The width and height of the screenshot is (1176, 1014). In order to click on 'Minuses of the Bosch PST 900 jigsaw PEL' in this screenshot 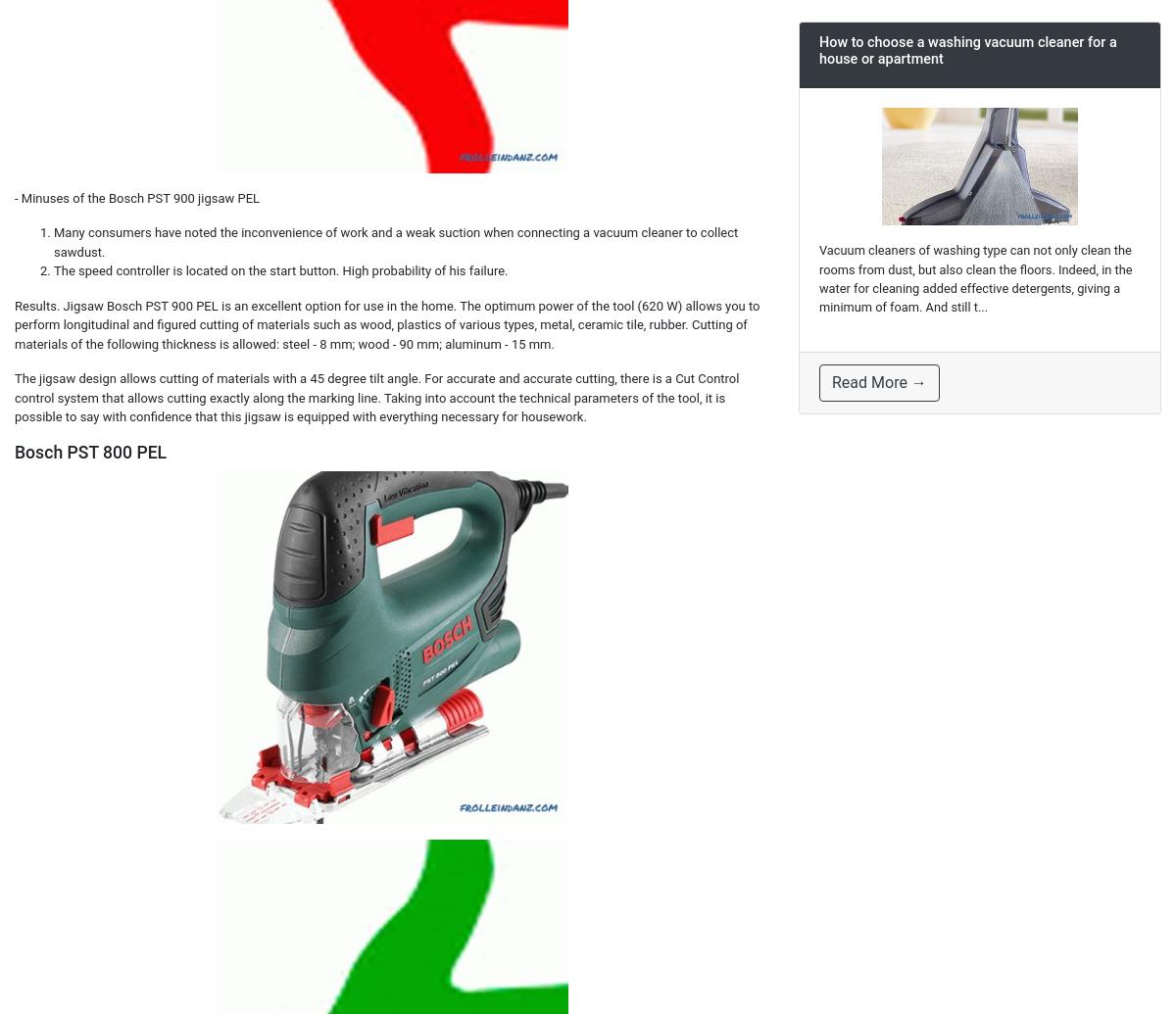, I will do `click(140, 197)`.